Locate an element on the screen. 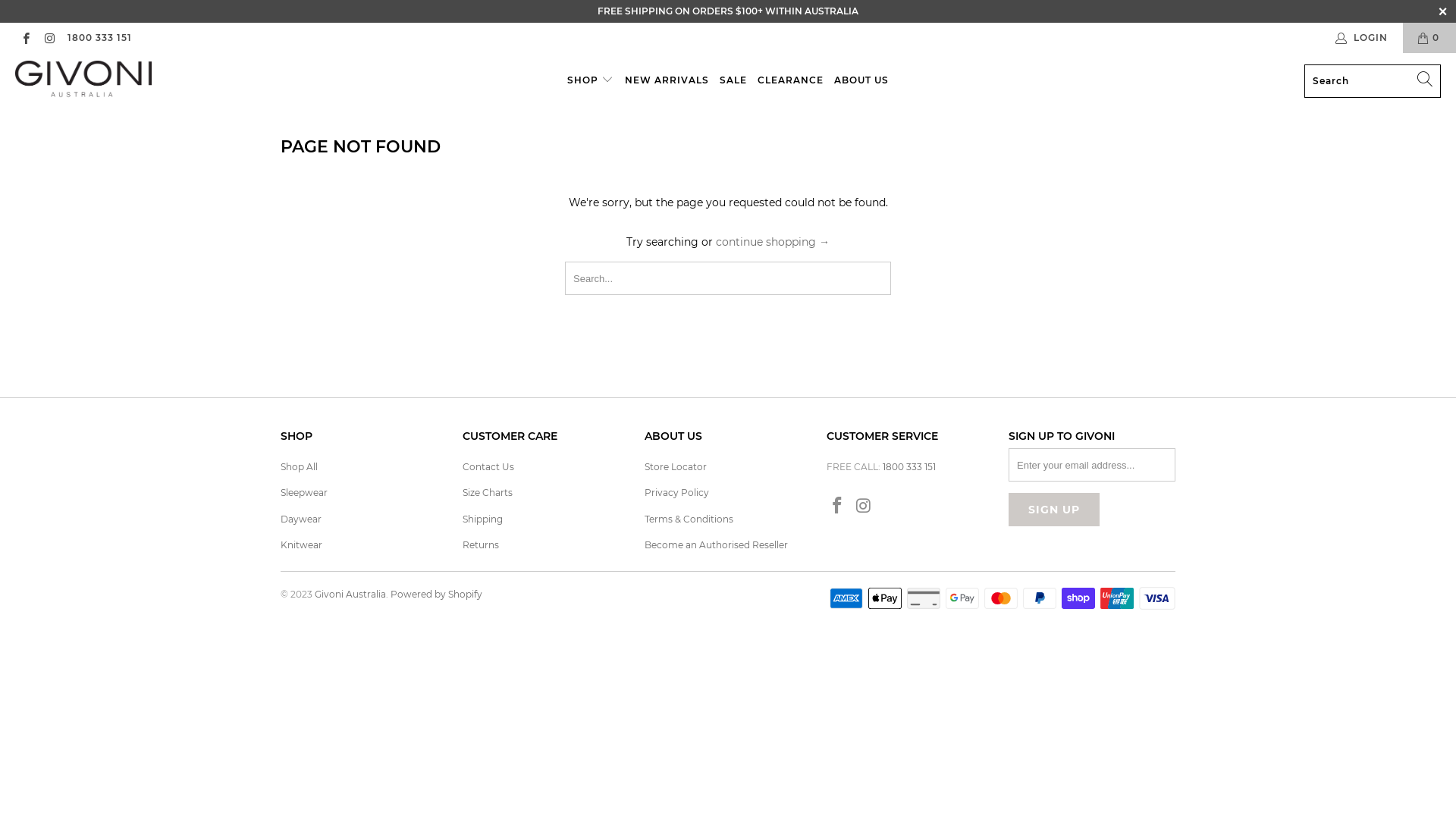 This screenshot has height=819, width=1456. '1800 333 151' is located at coordinates (909, 466).